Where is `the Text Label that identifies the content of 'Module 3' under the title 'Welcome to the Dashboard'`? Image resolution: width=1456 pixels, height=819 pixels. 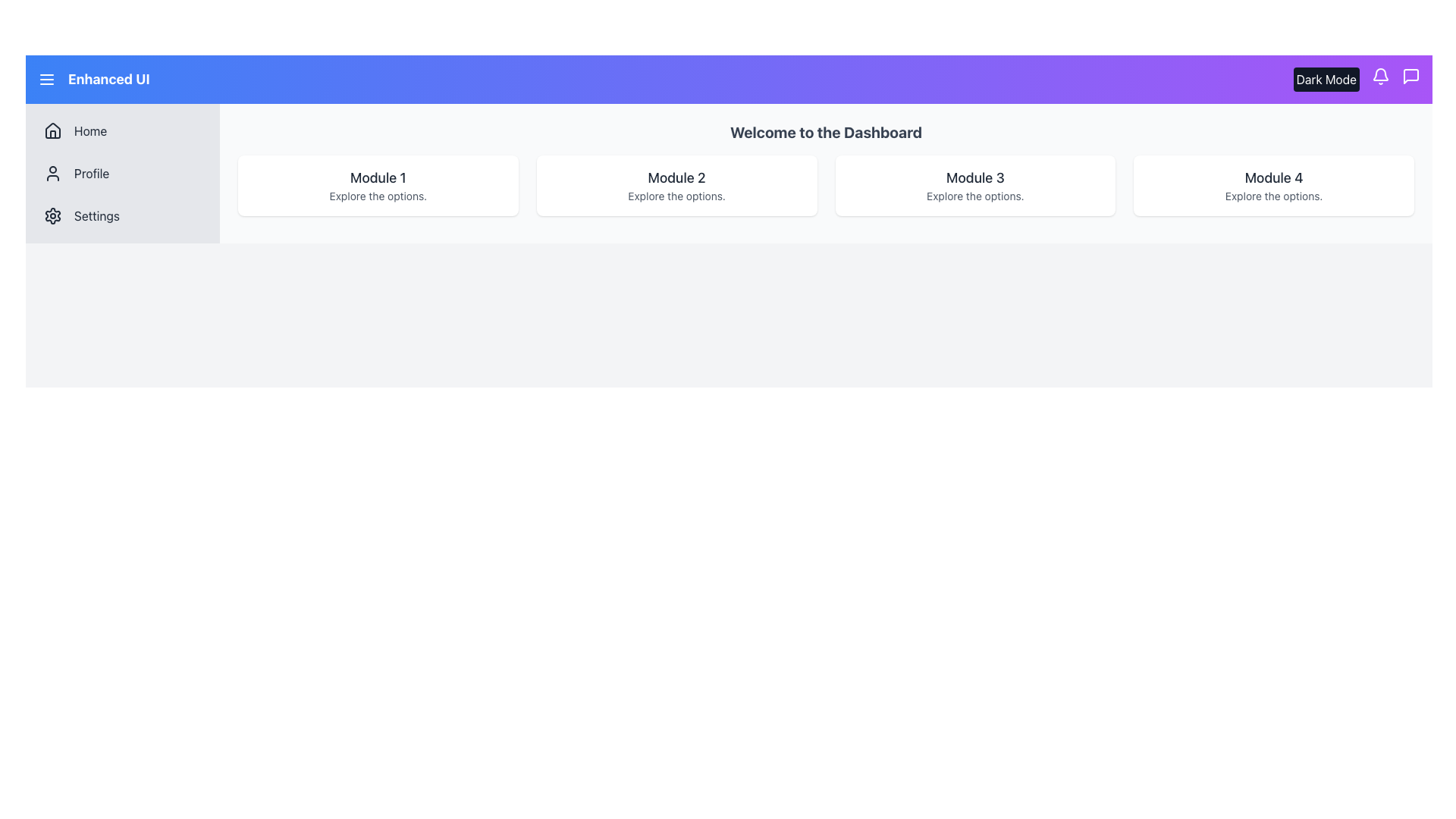
the Text Label that identifies the content of 'Module 3' under the title 'Welcome to the Dashboard' is located at coordinates (975, 177).